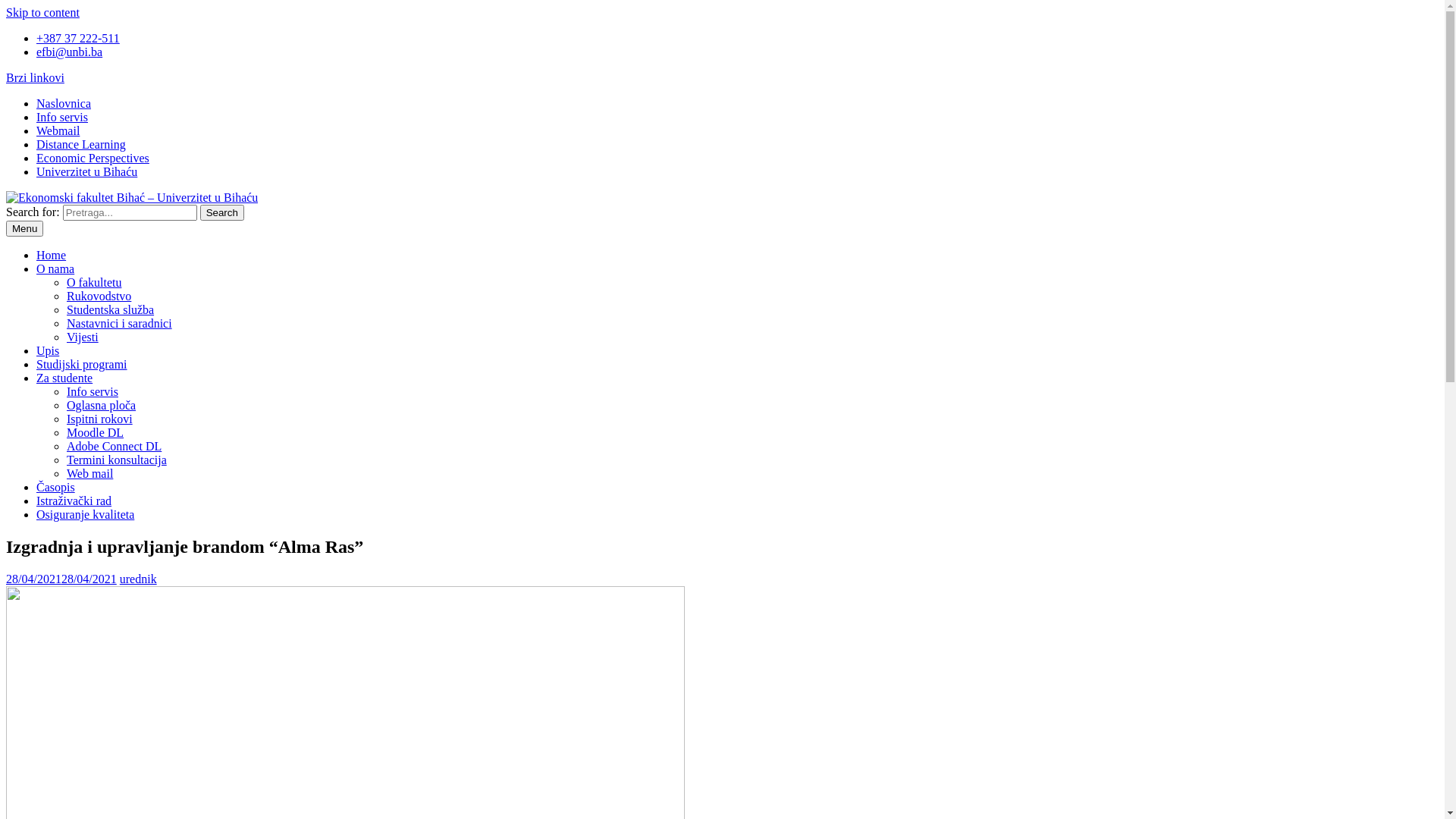  Describe the element at coordinates (58, 130) in the screenshot. I see `'Webmail'` at that location.